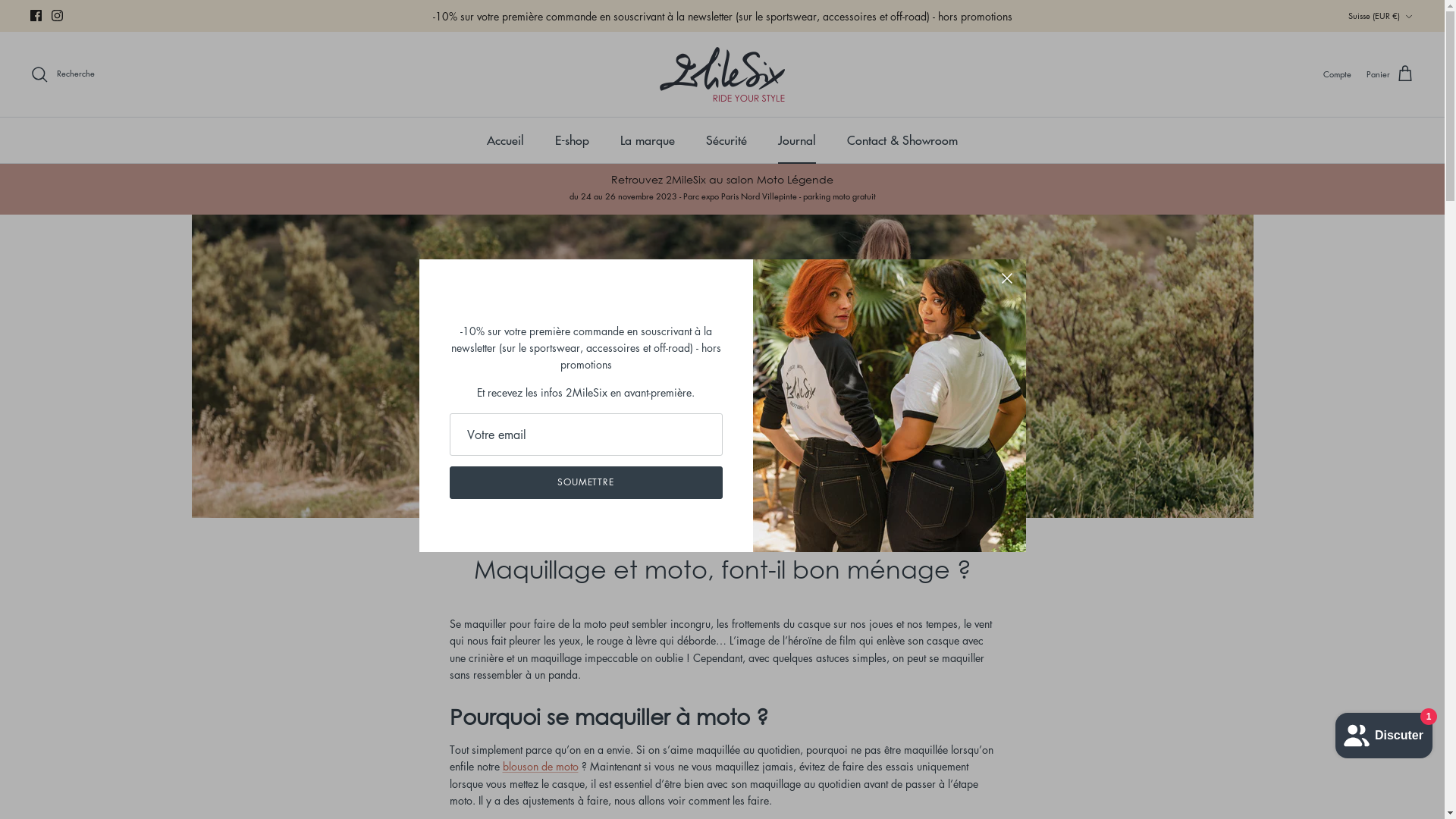 The width and height of the screenshot is (1456, 819). What do you see at coordinates (1323, 74) in the screenshot?
I see `'Compte'` at bounding box center [1323, 74].